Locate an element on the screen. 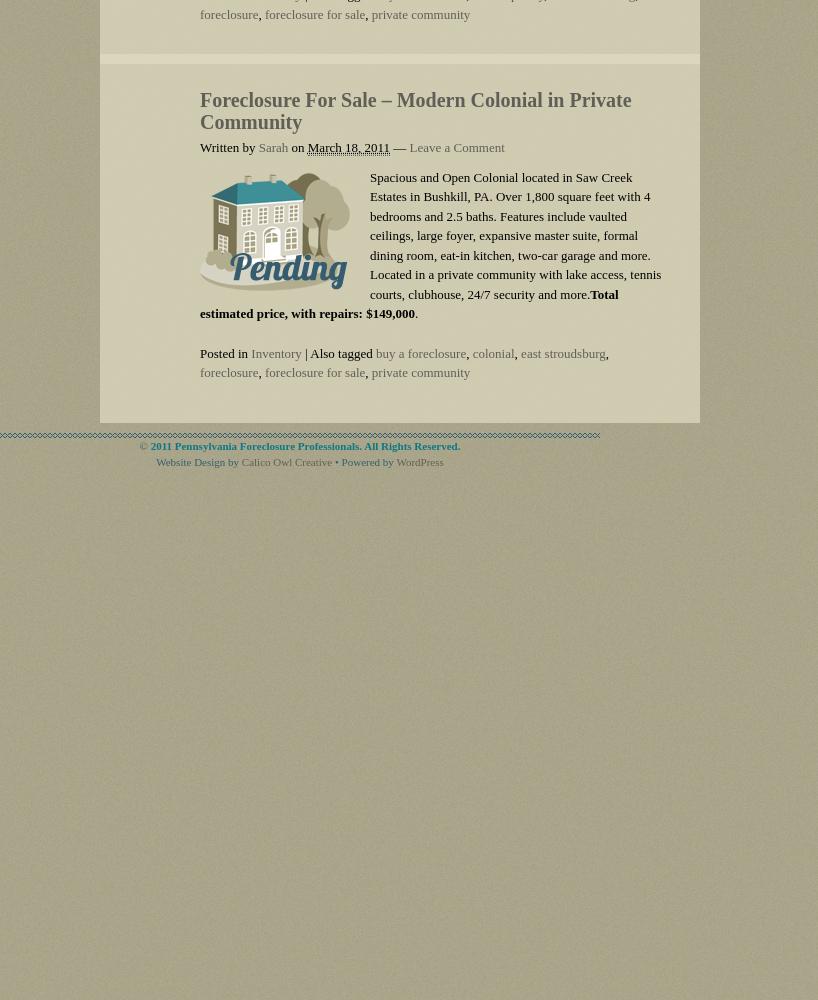 The image size is (818, 1000). 'Spacious and Open Colonial located in Saw Creek Estates in Bushkill, PA. Over 1,800 square feet with 4 bedrooms and 2.5 baths. Features include vaulted ceilings, large foyer, expansive master suite, formal dining room, eat-in kitchen, two-car garage and more. Located in a private community with lake access, tennis courts, clubhouse, 24/7 security and more.' is located at coordinates (515, 234).